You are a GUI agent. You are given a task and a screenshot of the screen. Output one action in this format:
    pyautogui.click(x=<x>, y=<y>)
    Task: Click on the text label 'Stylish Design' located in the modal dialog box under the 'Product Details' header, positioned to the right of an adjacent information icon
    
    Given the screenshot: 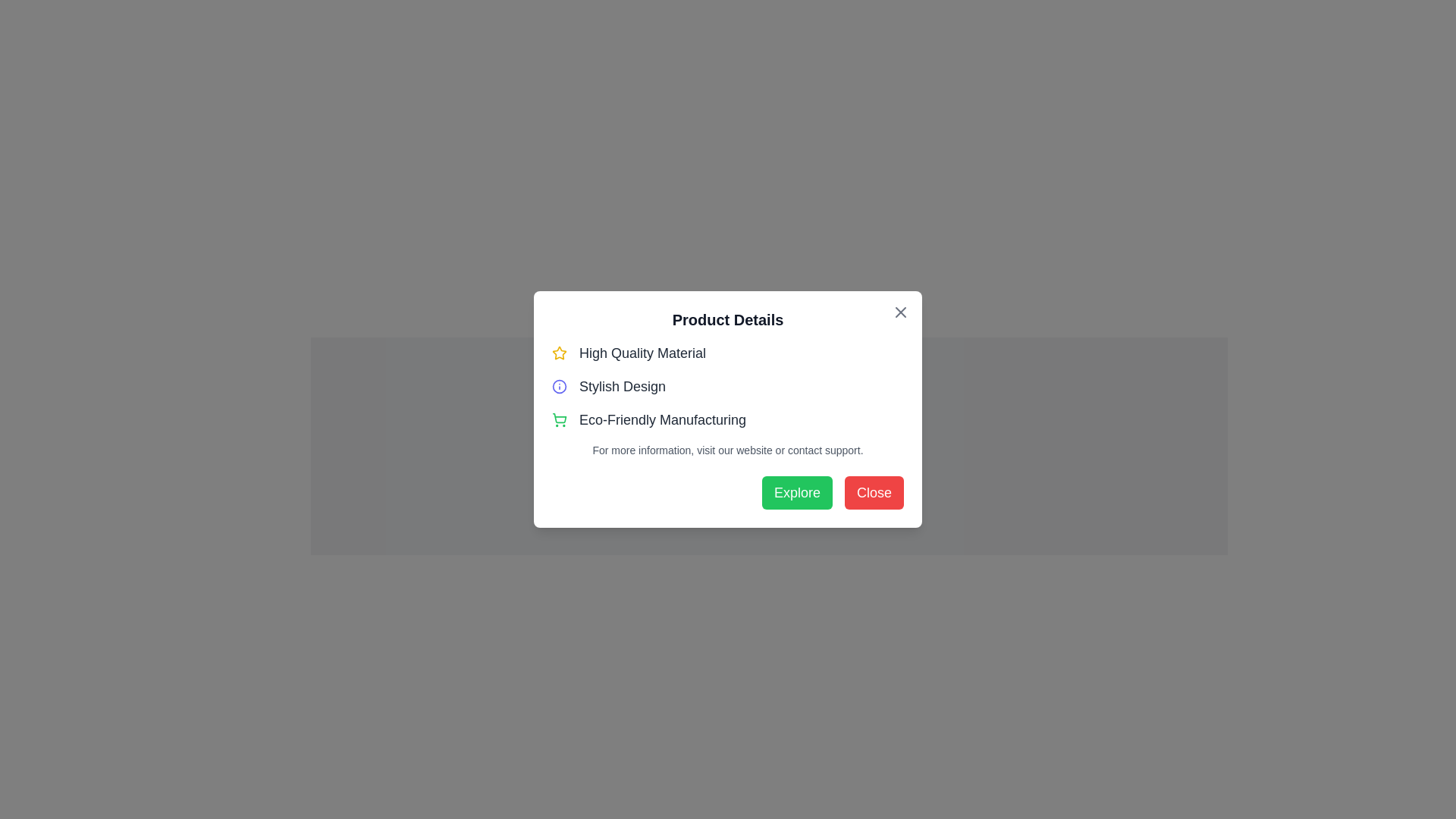 What is the action you would take?
    pyautogui.click(x=622, y=385)
    